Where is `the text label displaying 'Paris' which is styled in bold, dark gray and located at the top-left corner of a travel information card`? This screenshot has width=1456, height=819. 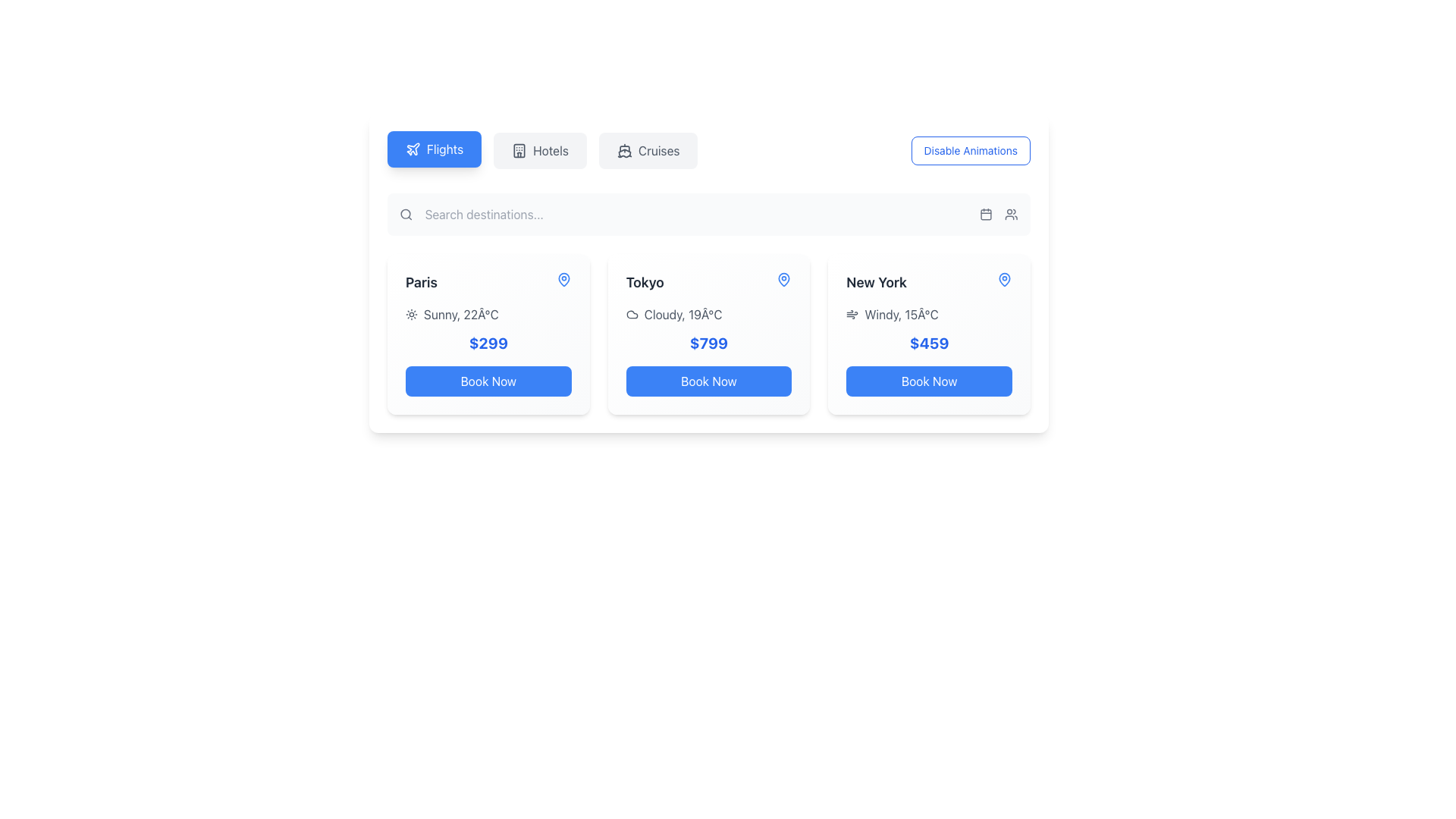 the text label displaying 'Paris' which is styled in bold, dark gray and located at the top-left corner of a travel information card is located at coordinates (422, 283).